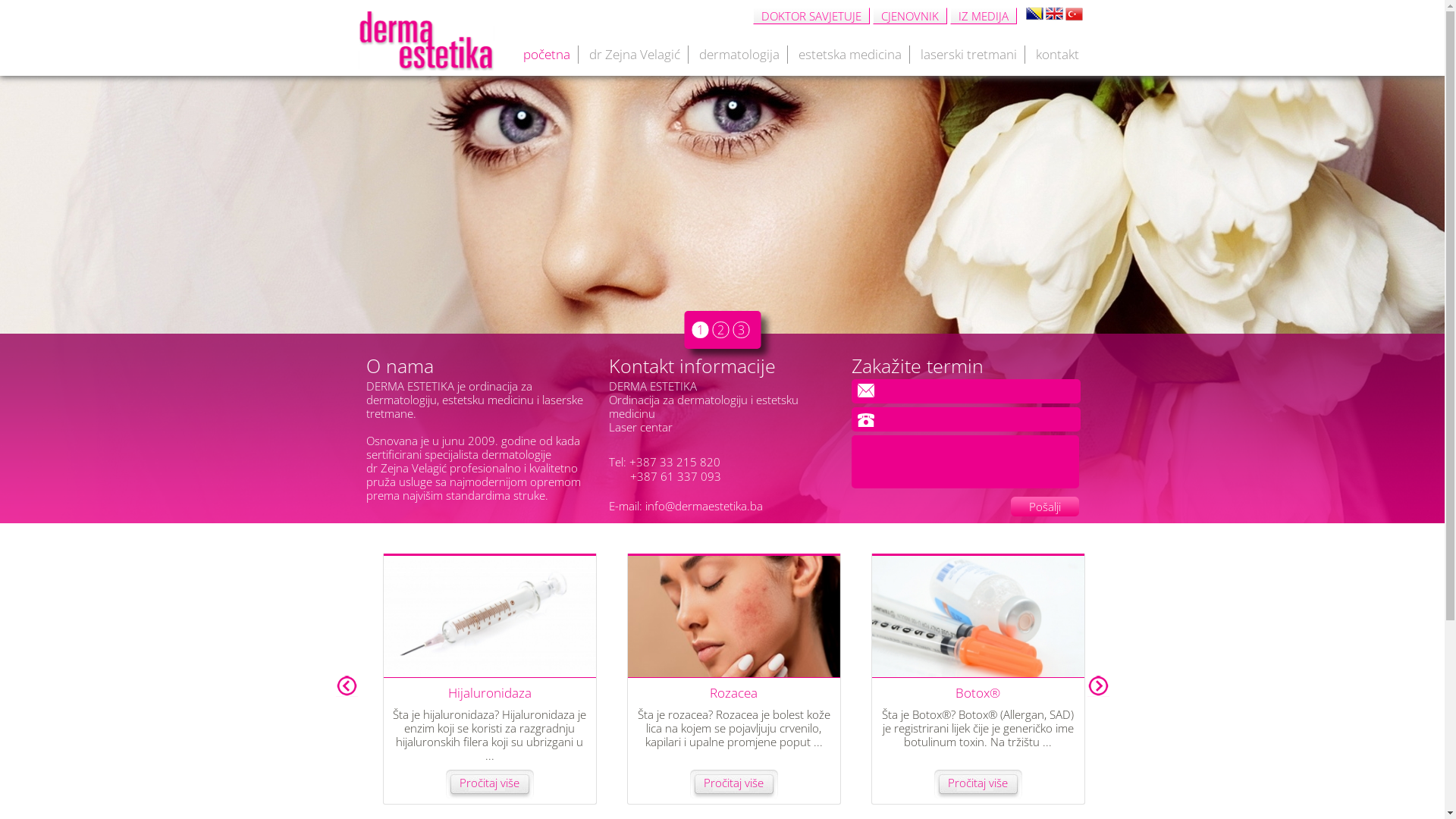 This screenshot has height=819, width=1456. I want to click on 'CJENOVNIK', so click(909, 15).